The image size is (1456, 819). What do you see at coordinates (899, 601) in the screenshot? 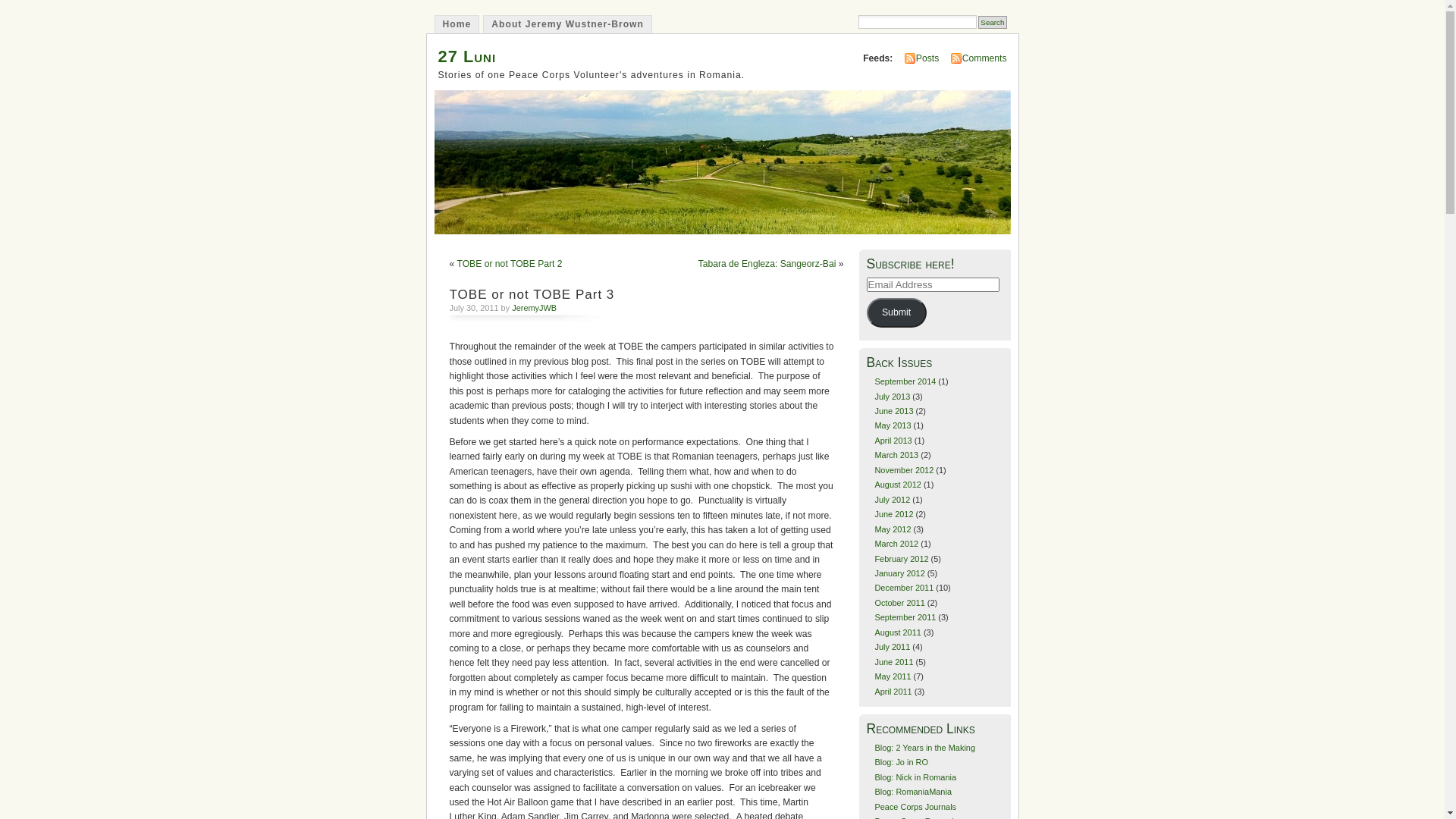
I see `'October 2011'` at bounding box center [899, 601].